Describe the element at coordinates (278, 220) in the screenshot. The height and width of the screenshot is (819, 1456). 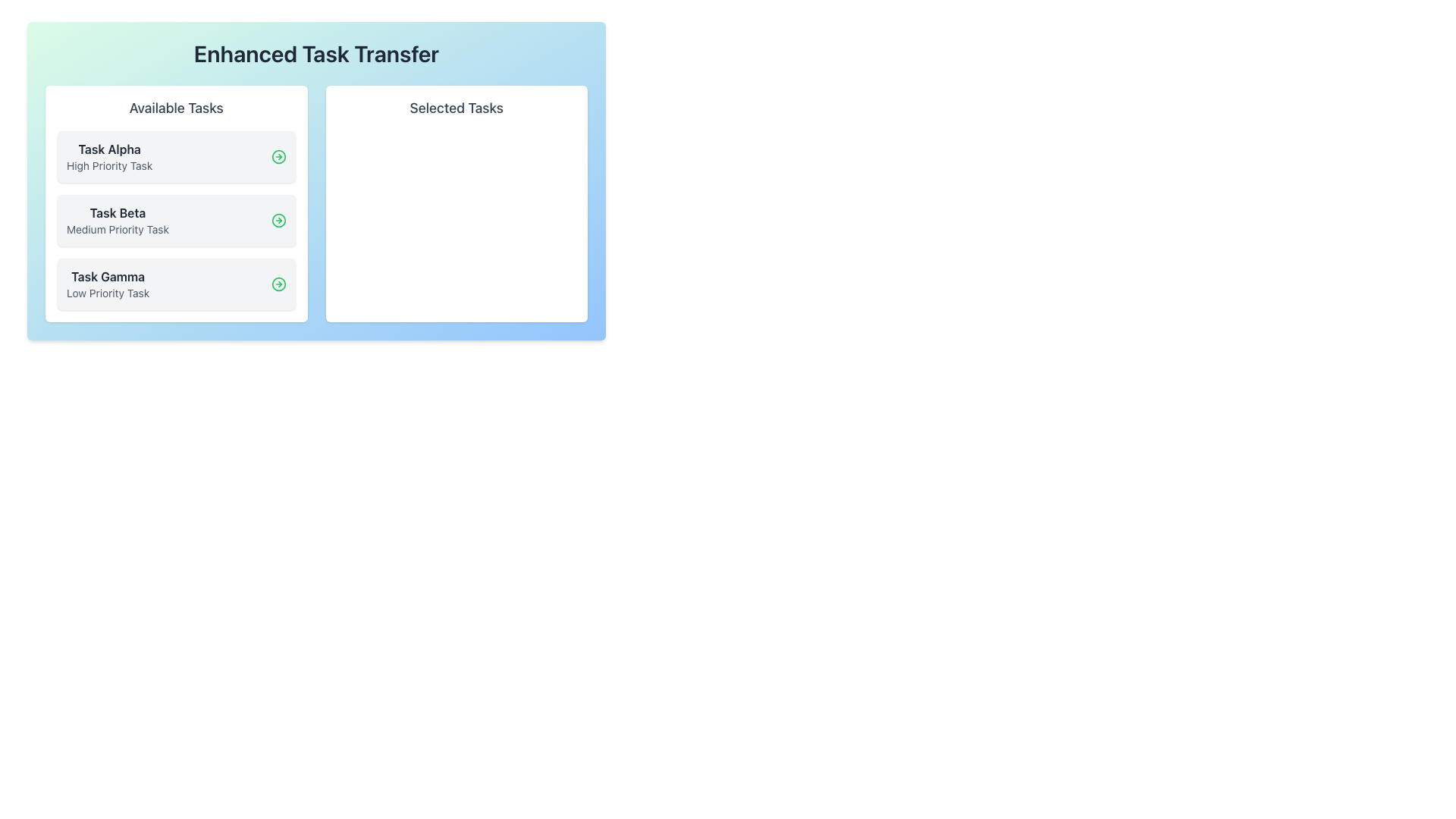
I see `the circular outline icon representing the second task entry ('Task Beta') within the 'Available Tasks' section, which is centrally positioned within this task entry` at that location.